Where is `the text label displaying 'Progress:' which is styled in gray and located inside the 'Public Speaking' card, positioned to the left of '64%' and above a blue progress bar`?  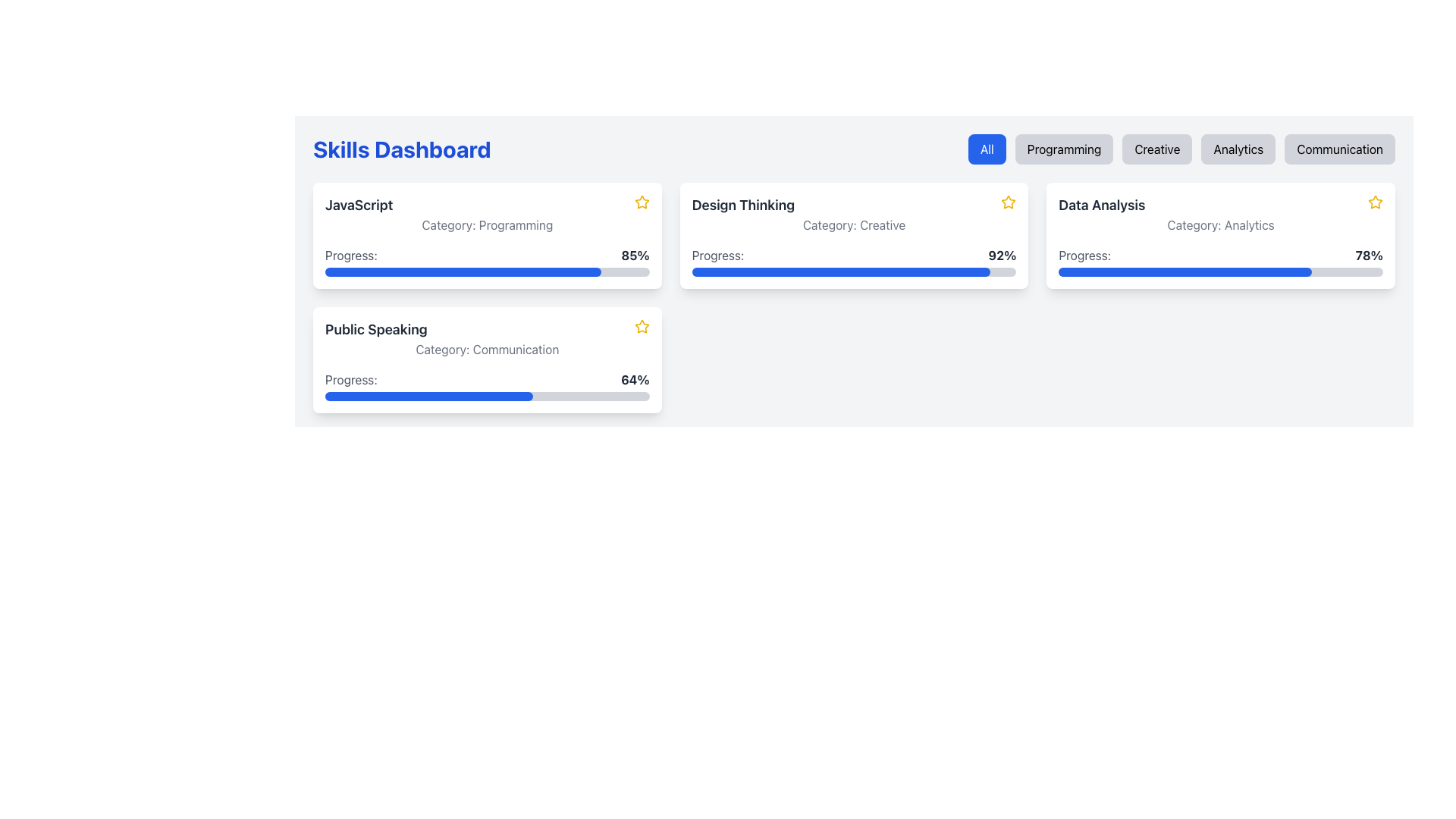 the text label displaying 'Progress:' which is styled in gray and located inside the 'Public Speaking' card, positioned to the left of '64%' and above a blue progress bar is located at coordinates (350, 379).